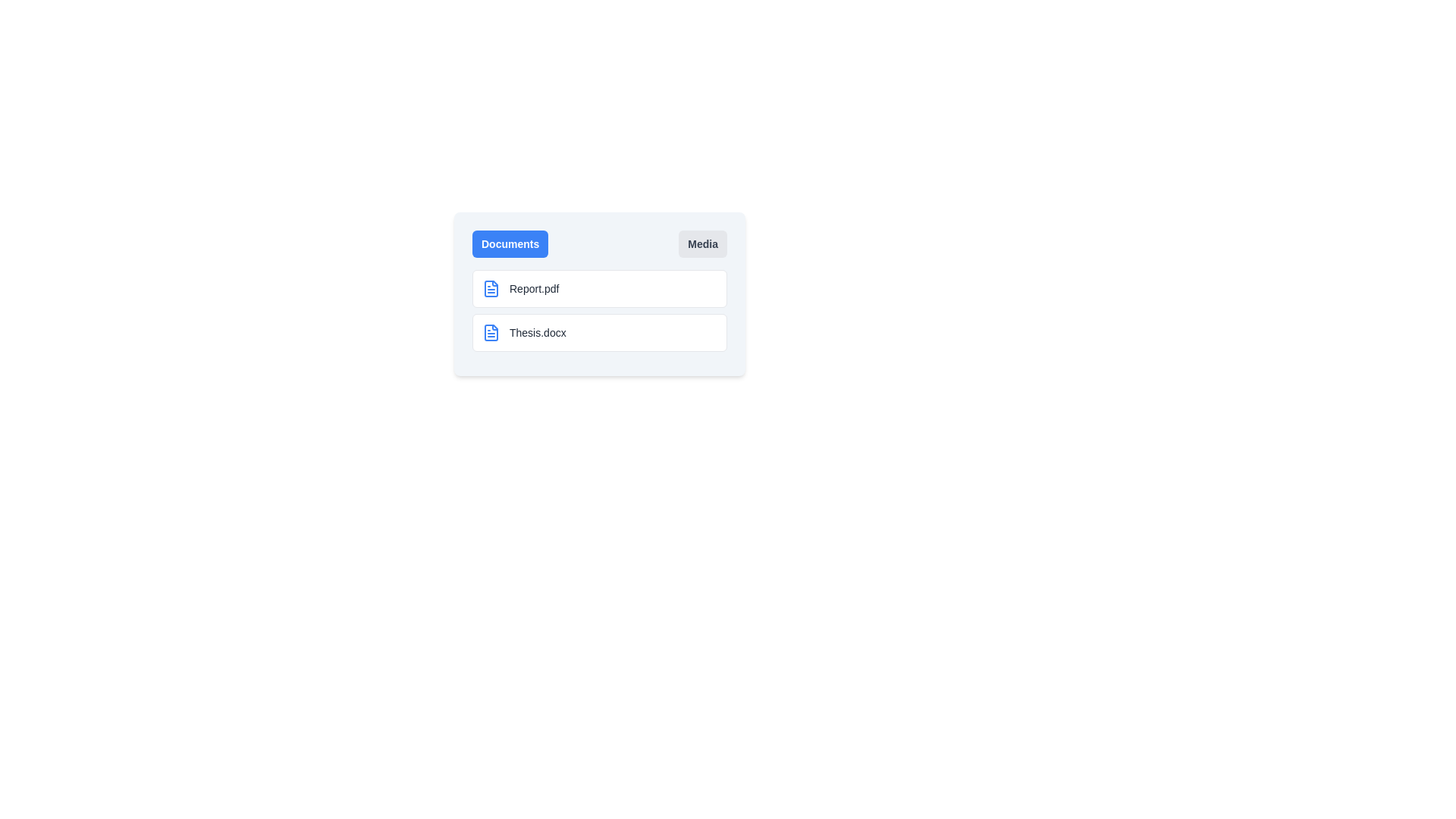 This screenshot has width=1456, height=819. Describe the element at coordinates (599, 289) in the screenshot. I see `the first list item representing the file named 'Report.pdf', which is positioned below the 'Documents' and 'Media' tabs` at that location.